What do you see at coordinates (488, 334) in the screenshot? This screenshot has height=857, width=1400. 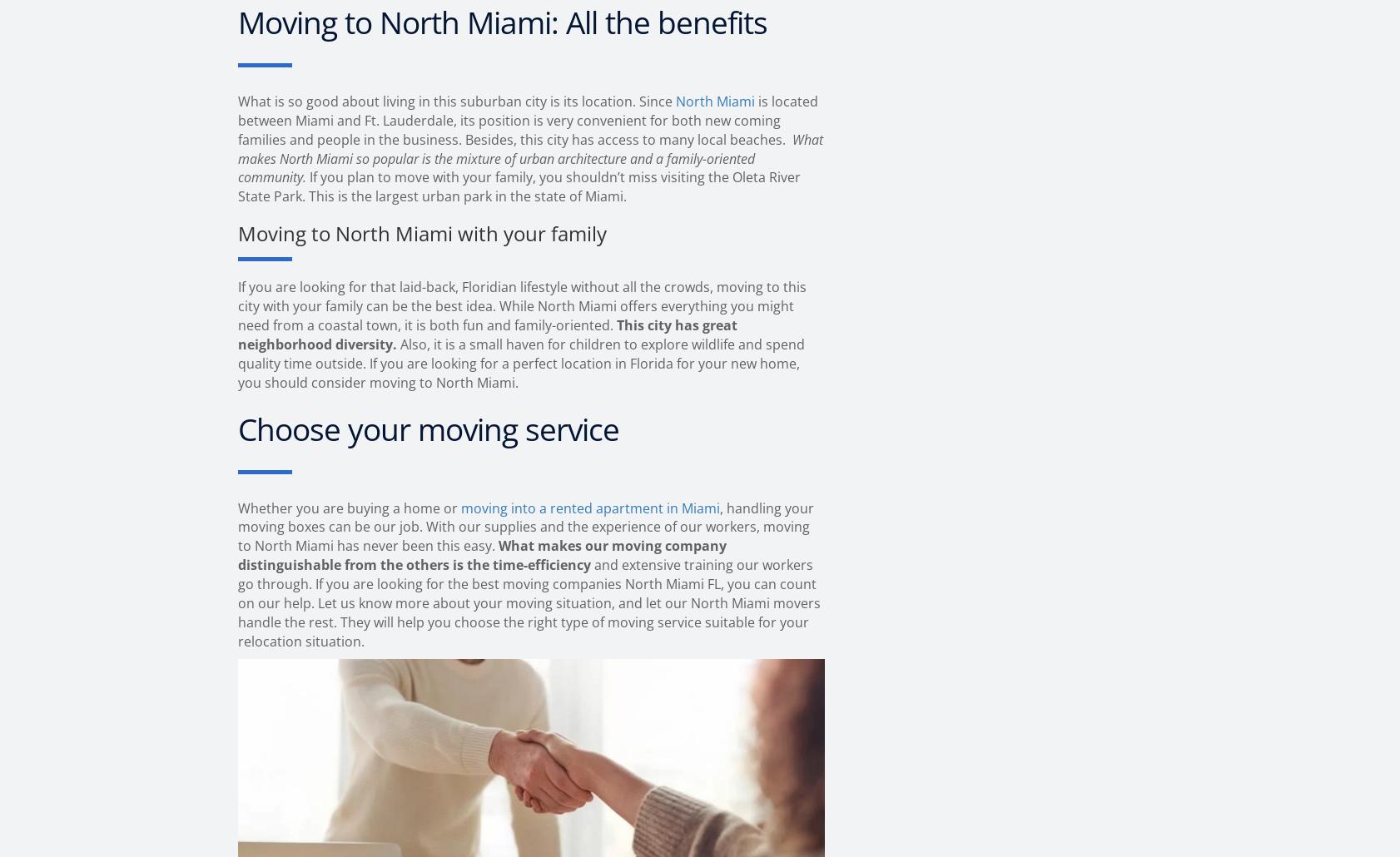 I see `'This city has great neighborhood diversity.'` at bounding box center [488, 334].